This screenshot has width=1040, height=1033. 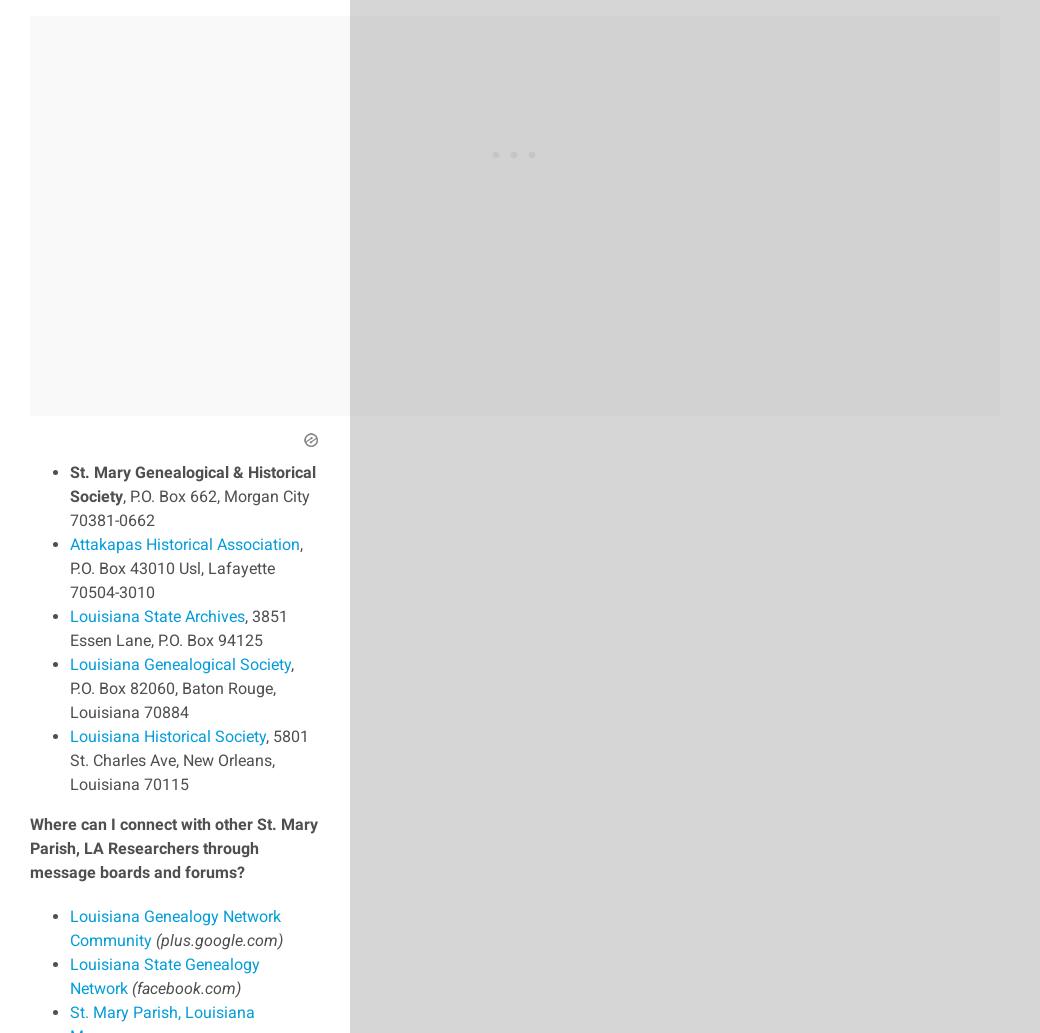 I want to click on 'Attakapas Historical Association', so click(x=185, y=542).